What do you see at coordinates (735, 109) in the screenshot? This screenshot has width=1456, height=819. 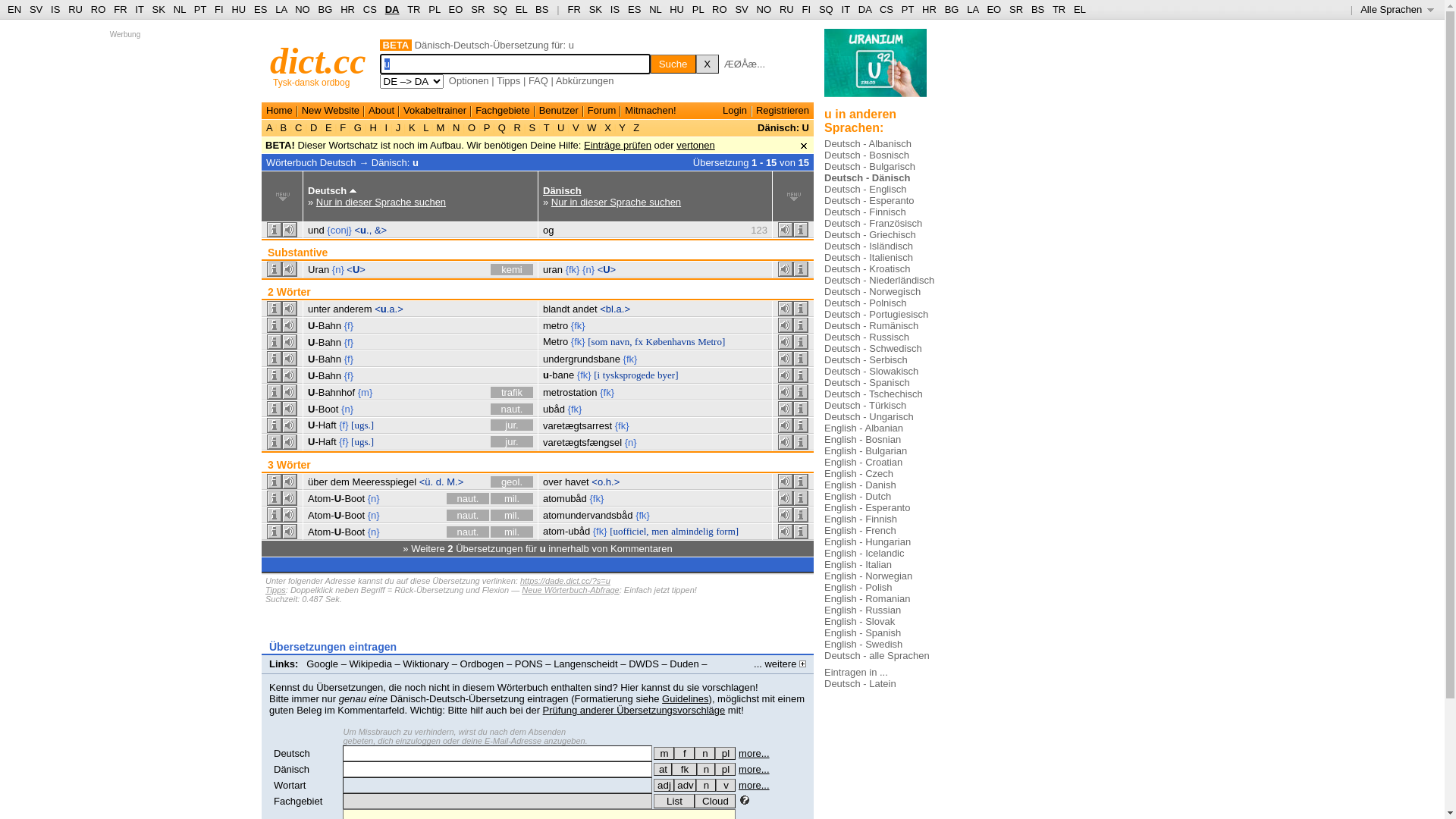 I see `'Login'` at bounding box center [735, 109].